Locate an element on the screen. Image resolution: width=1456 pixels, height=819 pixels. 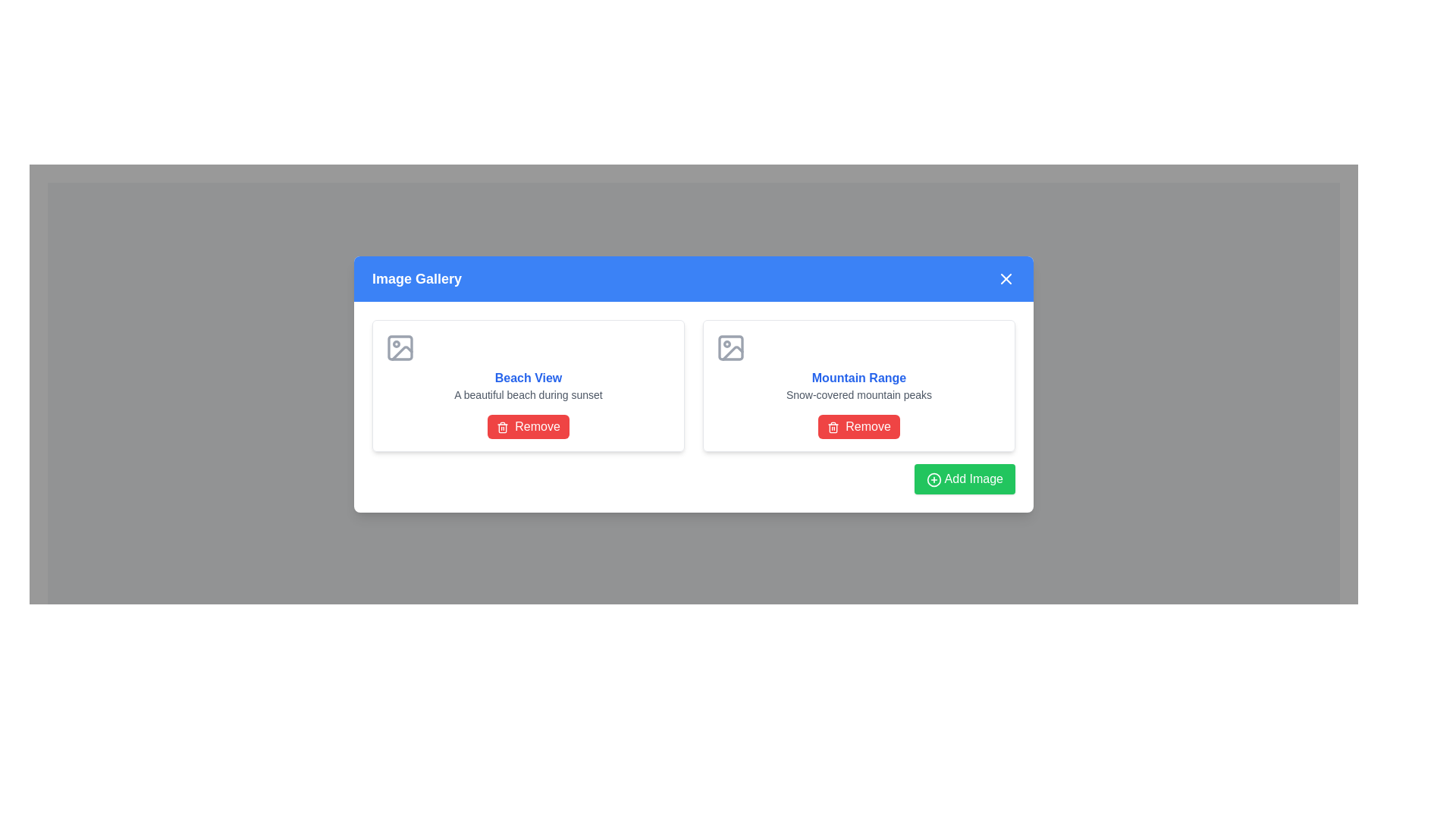
the 'Beach View' card component for interaction is located at coordinates (528, 385).